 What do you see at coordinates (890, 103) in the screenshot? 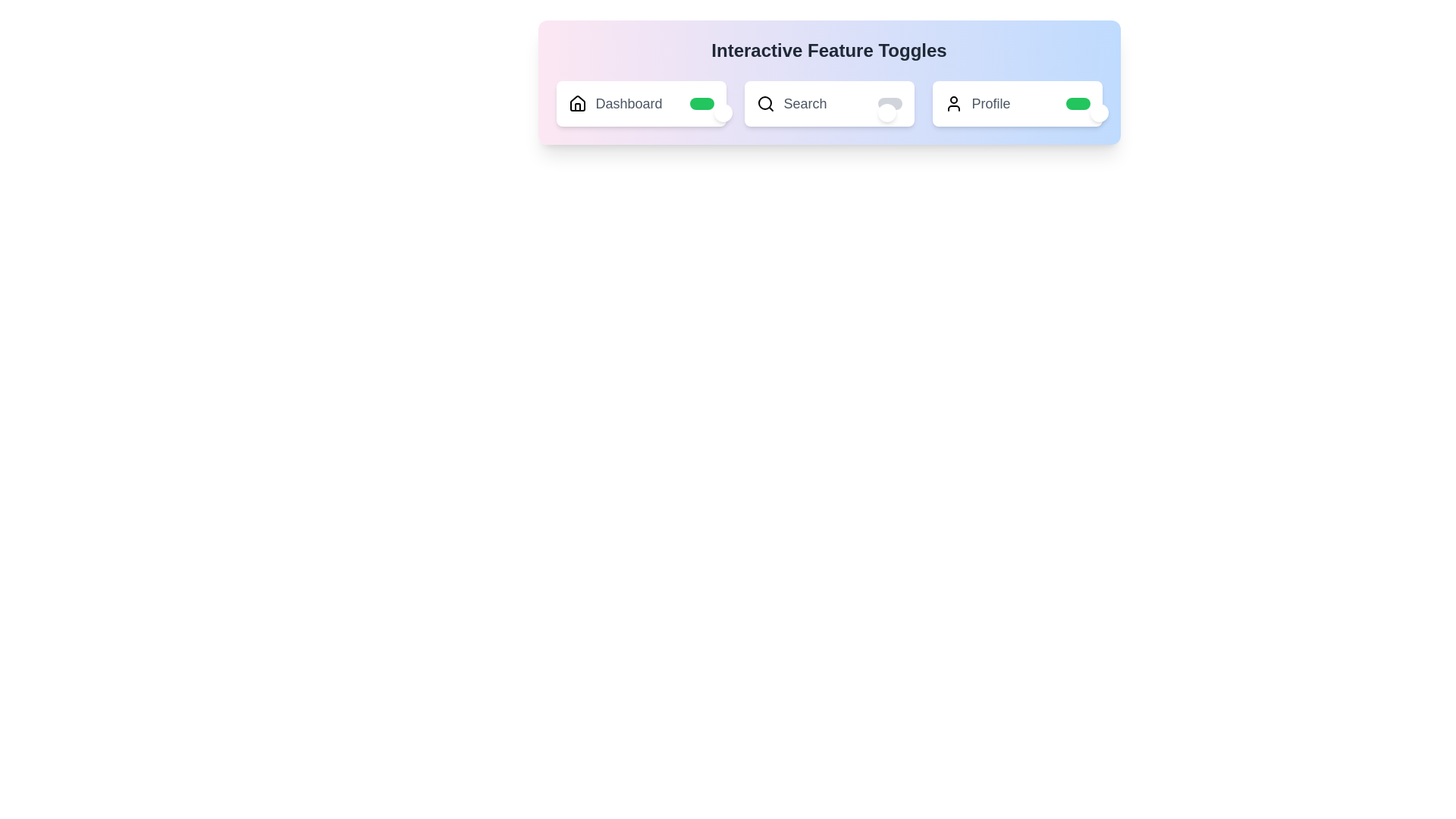
I see `the toggle button for the 'Search' feature to change its state` at bounding box center [890, 103].